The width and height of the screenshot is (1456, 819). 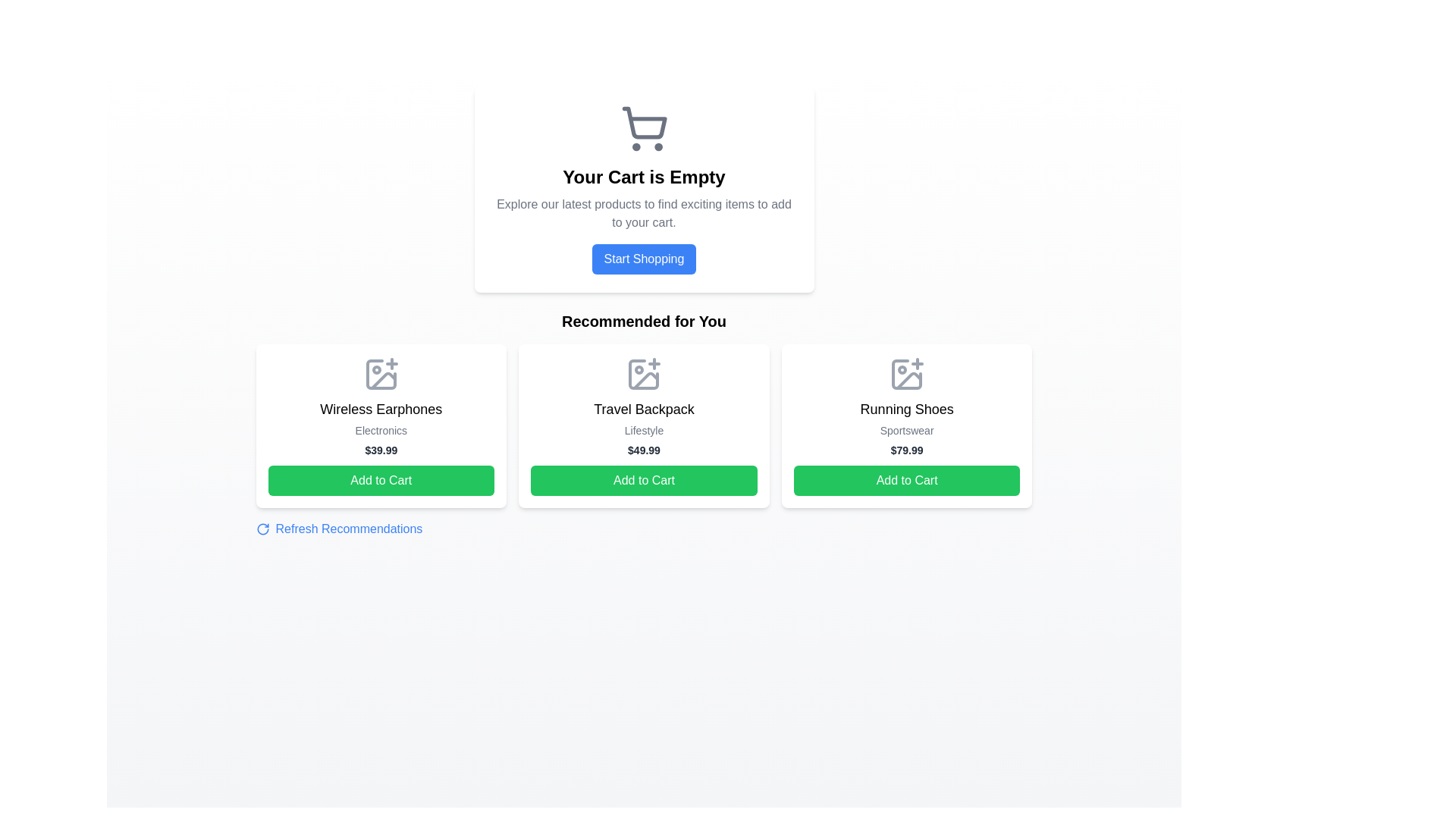 What do you see at coordinates (907, 480) in the screenshot?
I see `the 'Add to Cart' button with a green background located at the bottom of the third product card` at bounding box center [907, 480].